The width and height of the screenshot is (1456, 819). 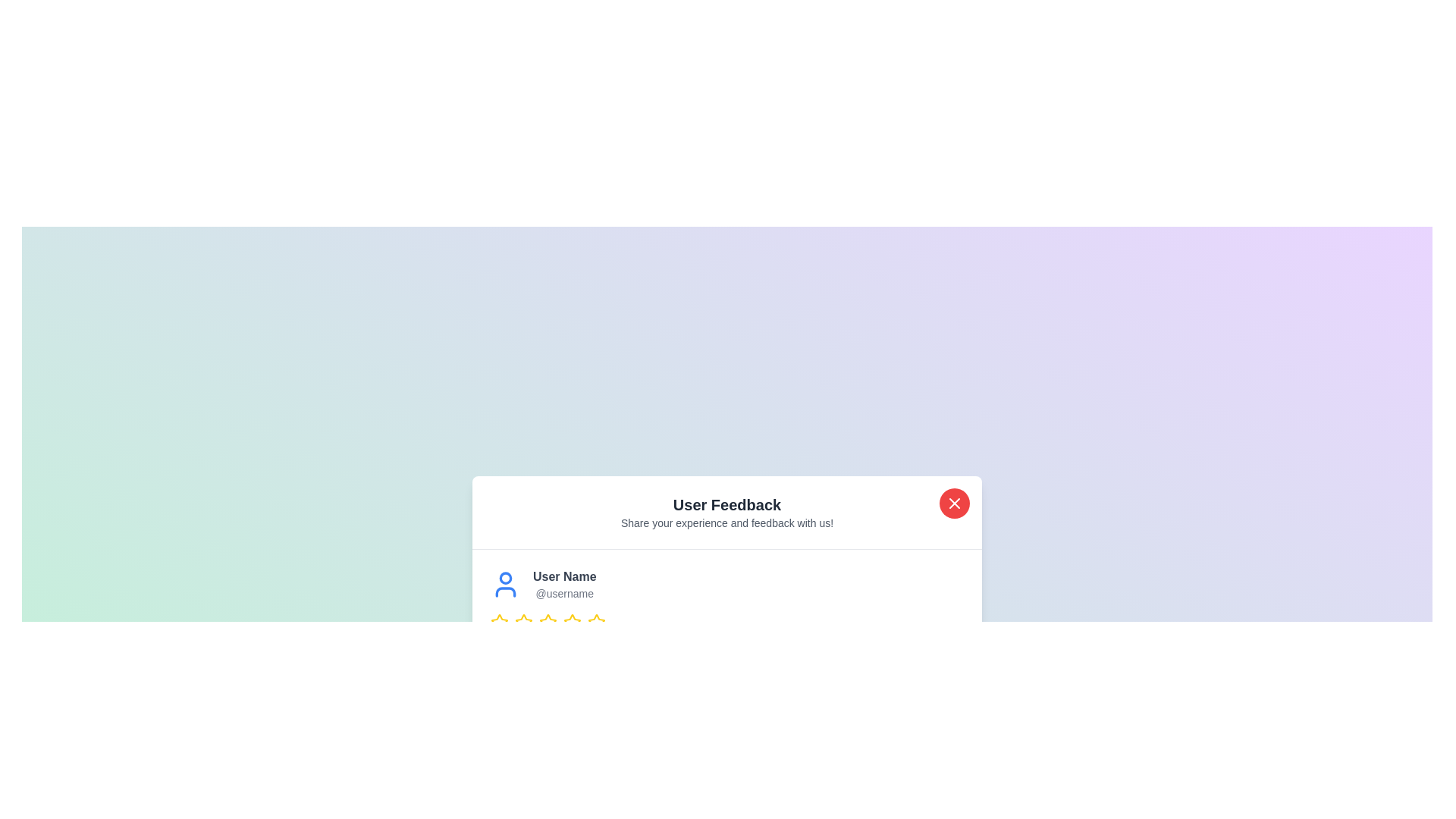 What do you see at coordinates (563, 583) in the screenshot?
I see `displayed text from the Text display block showing 'User Name' in bold and '@username' in lighter gray, located next to the user avatar icon` at bounding box center [563, 583].